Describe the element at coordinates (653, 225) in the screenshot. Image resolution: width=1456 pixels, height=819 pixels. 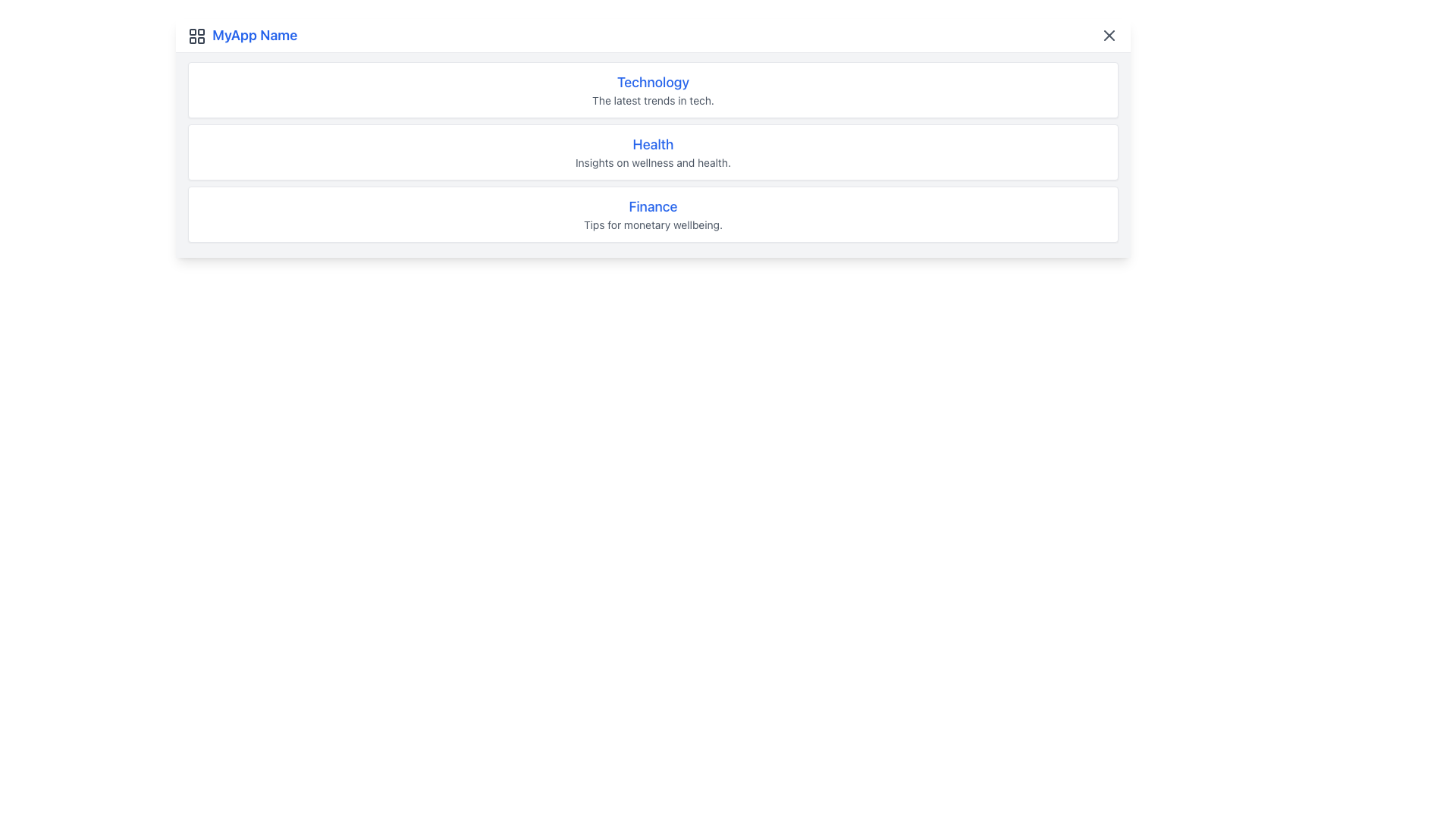
I see `message from the Text Label located below the 'Finance' title, which provides additional descriptive information` at that location.